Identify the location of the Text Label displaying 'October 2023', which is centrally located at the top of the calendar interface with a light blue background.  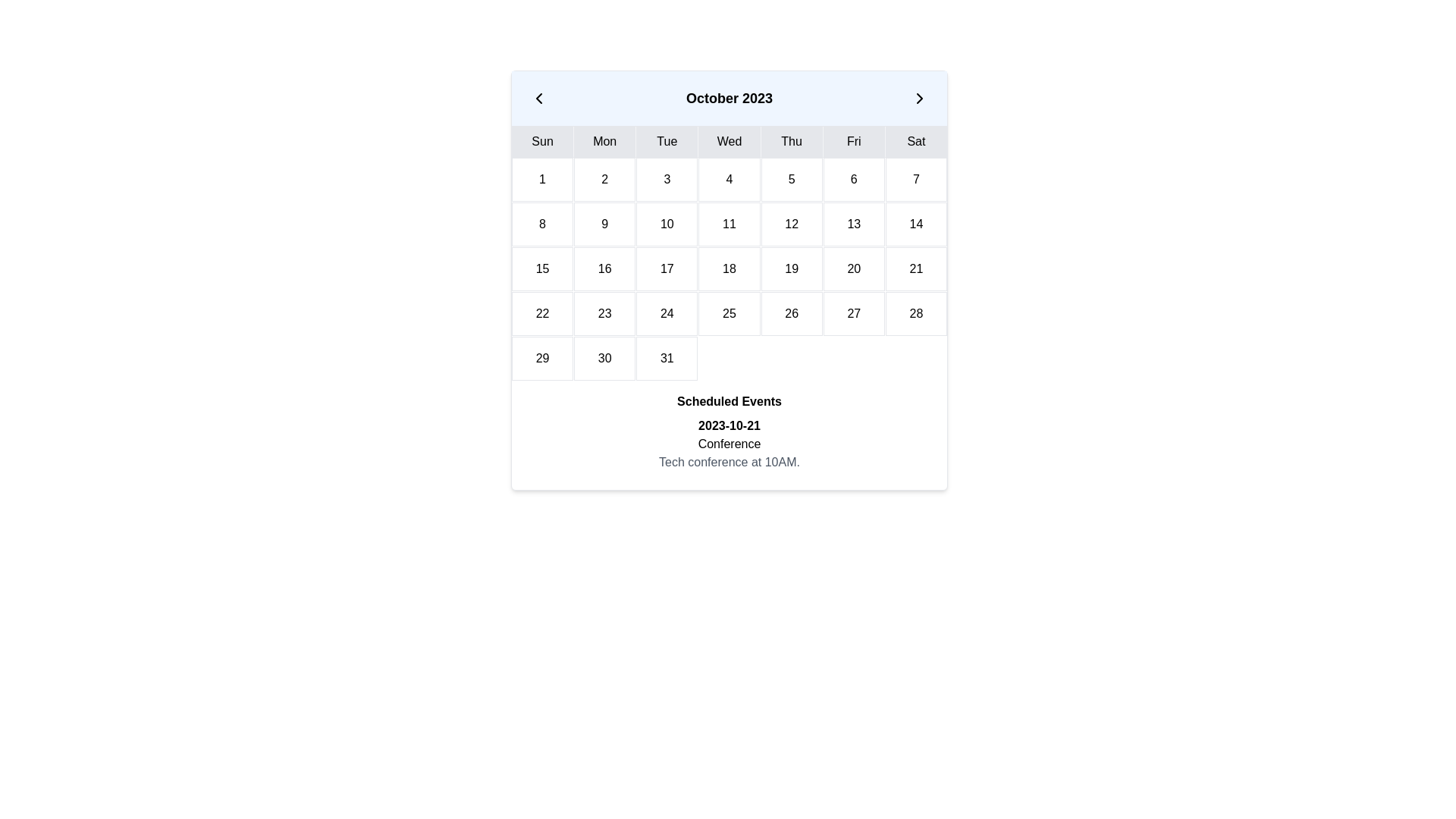
(729, 99).